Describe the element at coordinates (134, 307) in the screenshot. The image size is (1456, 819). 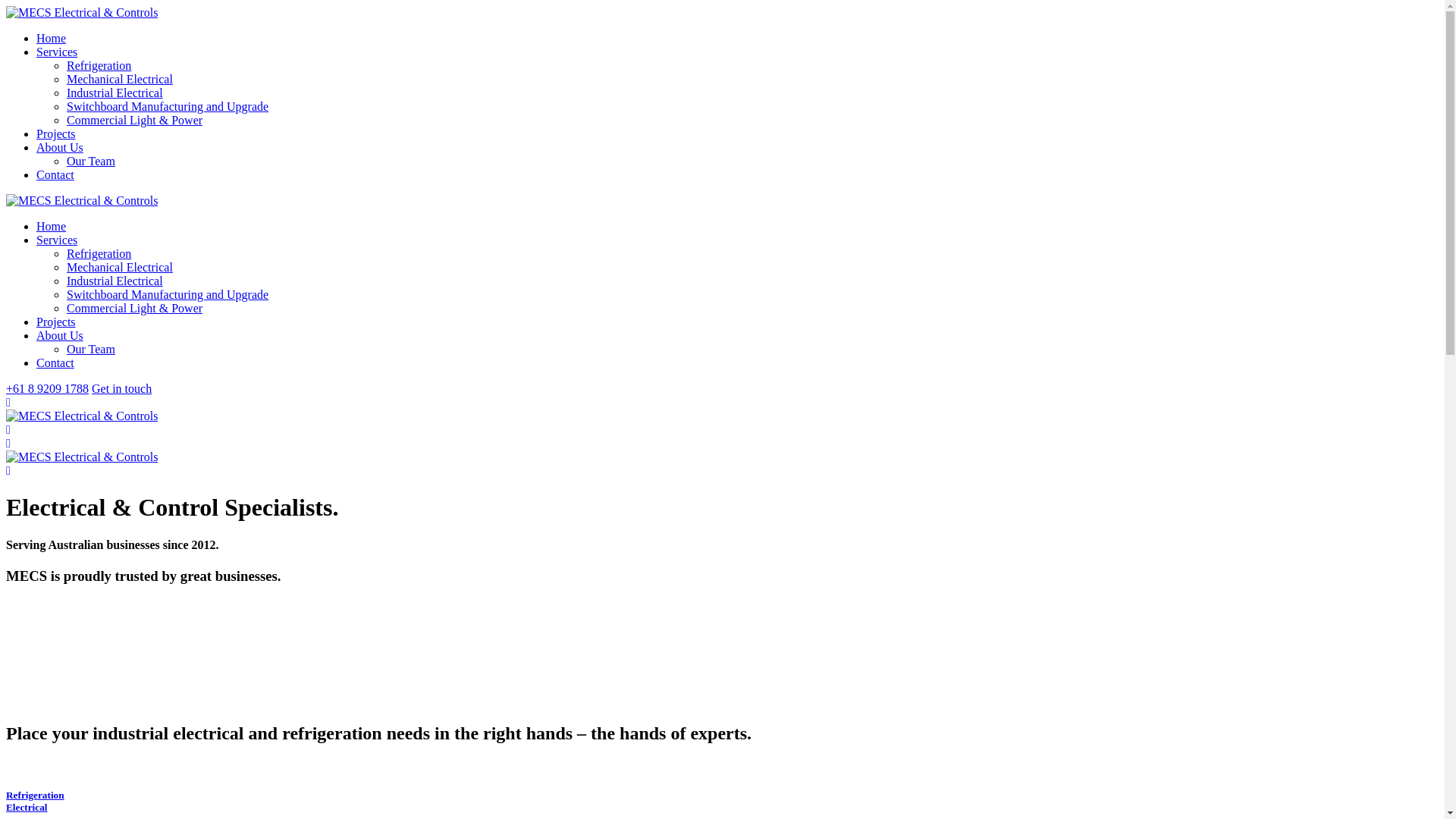
I see `'Commercial Light & Power'` at that location.